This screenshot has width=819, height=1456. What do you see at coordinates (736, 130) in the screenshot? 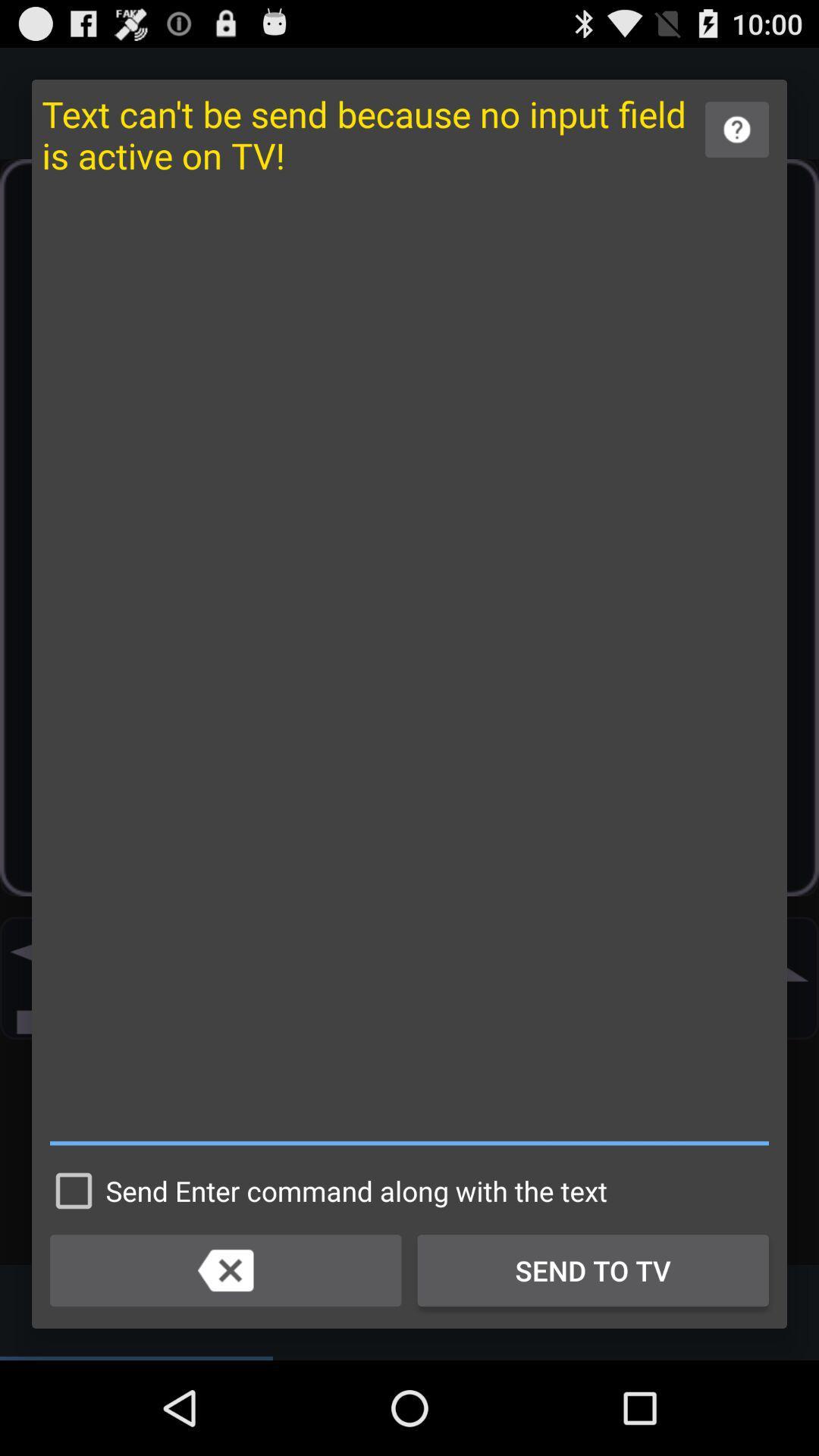
I see `more info` at bounding box center [736, 130].